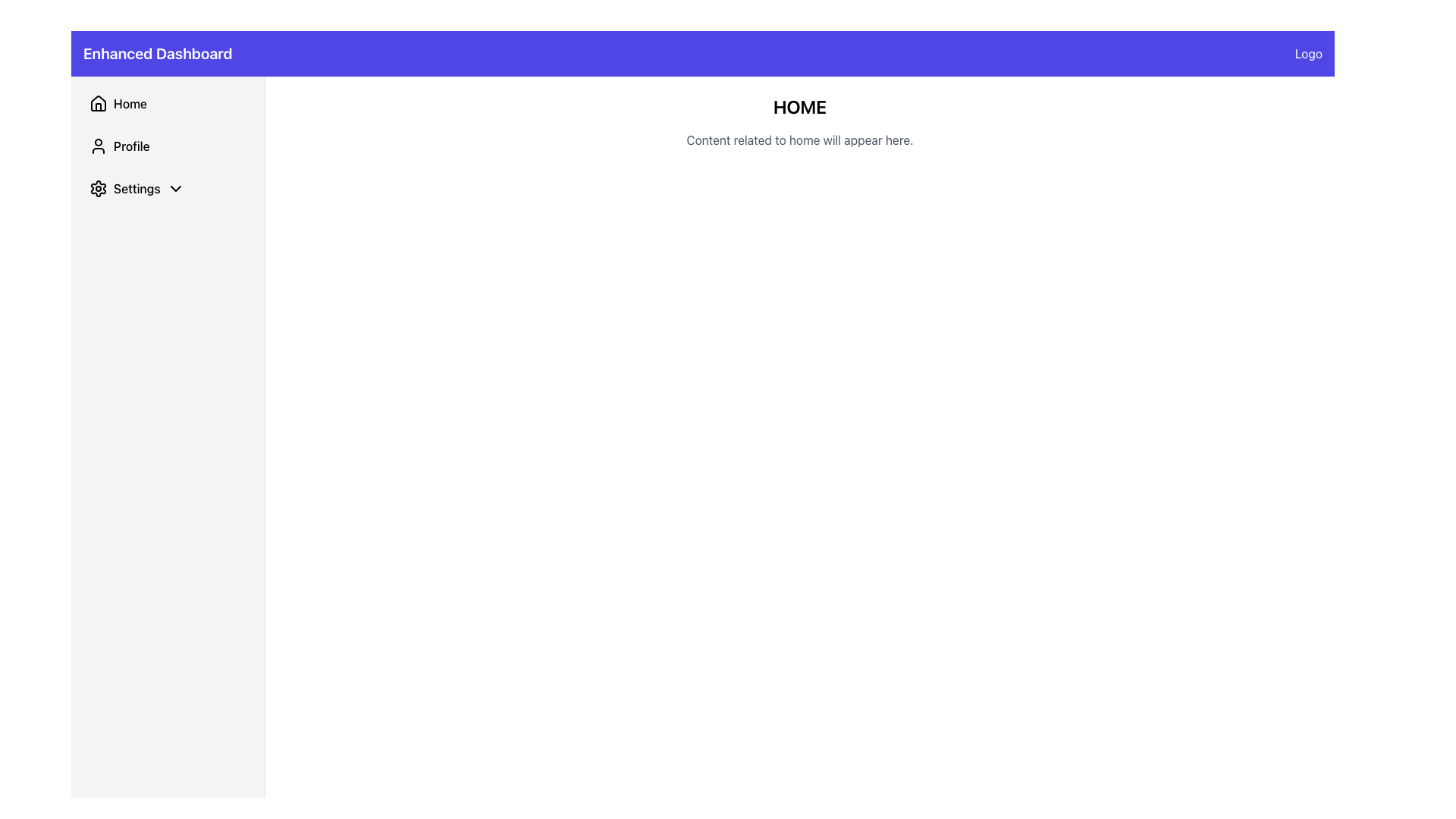 This screenshot has width=1456, height=819. I want to click on the prominently styled text element labeled 'HOME', which is in large, bold font and located at the top center of the main content area, so click(799, 106).